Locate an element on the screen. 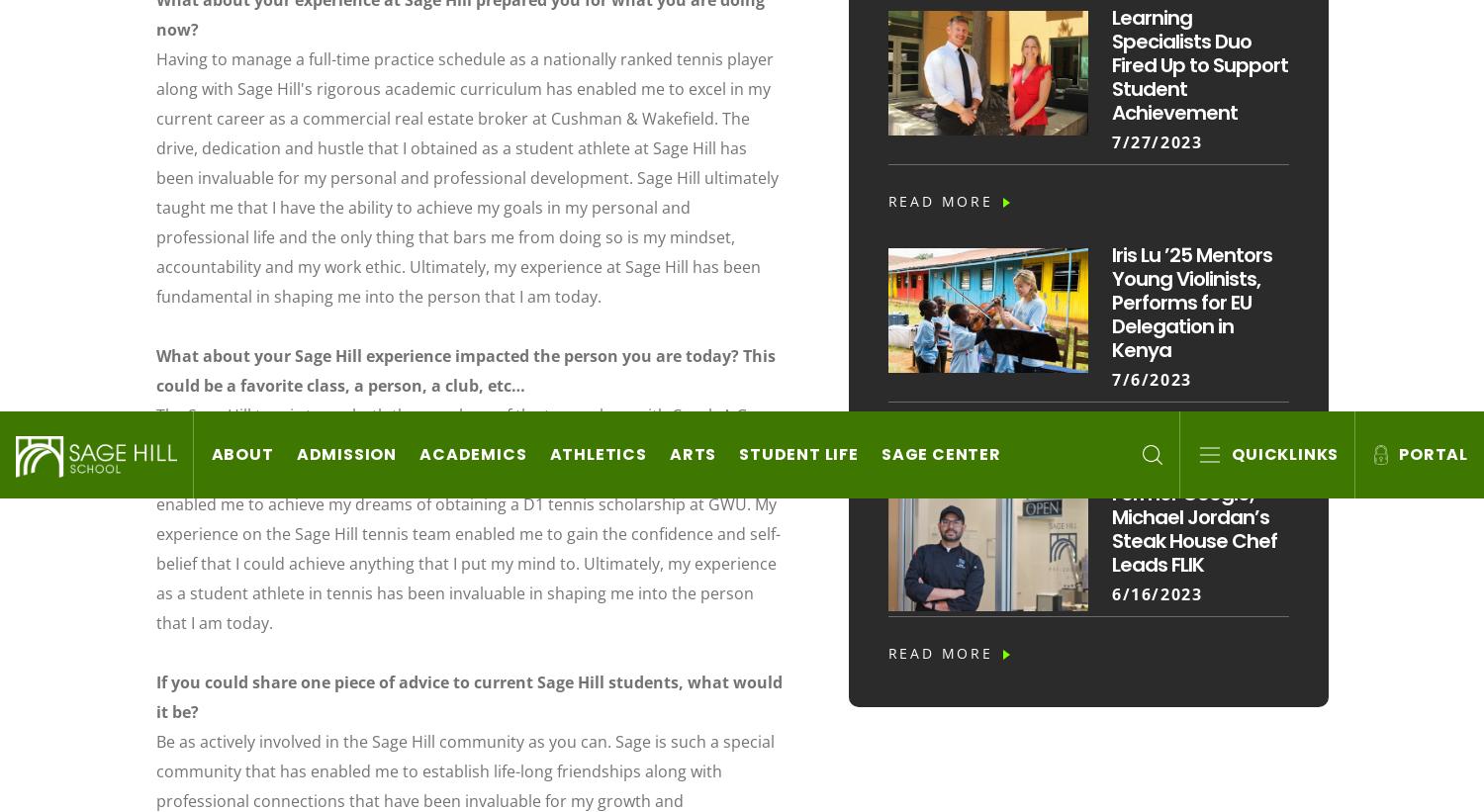 The width and height of the screenshot is (1484, 812). 'Sage Hill School admits students of any race, color, national and ethnic origin to all the rights, privileges, programs and activities generally accorded or made available to students at the School. The School does not discriminate on the basis of race, color, national and ethnic origin in administration of its educational policies, admissions policies, scholarship programs, and athletic and other School administered programs.' is located at coordinates (155, 280).